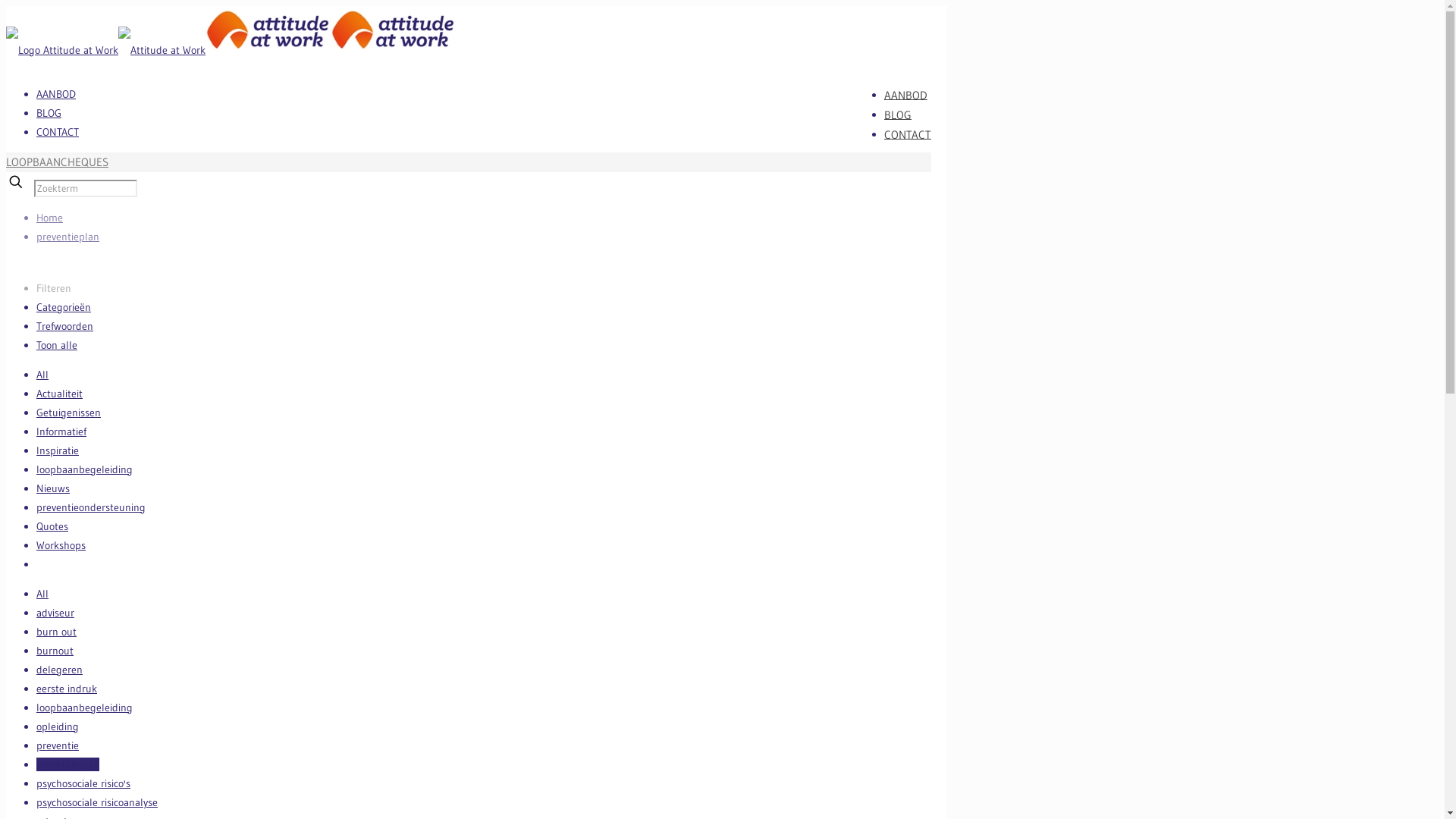 The height and width of the screenshot is (819, 1456). I want to click on 'burn out', so click(56, 632).